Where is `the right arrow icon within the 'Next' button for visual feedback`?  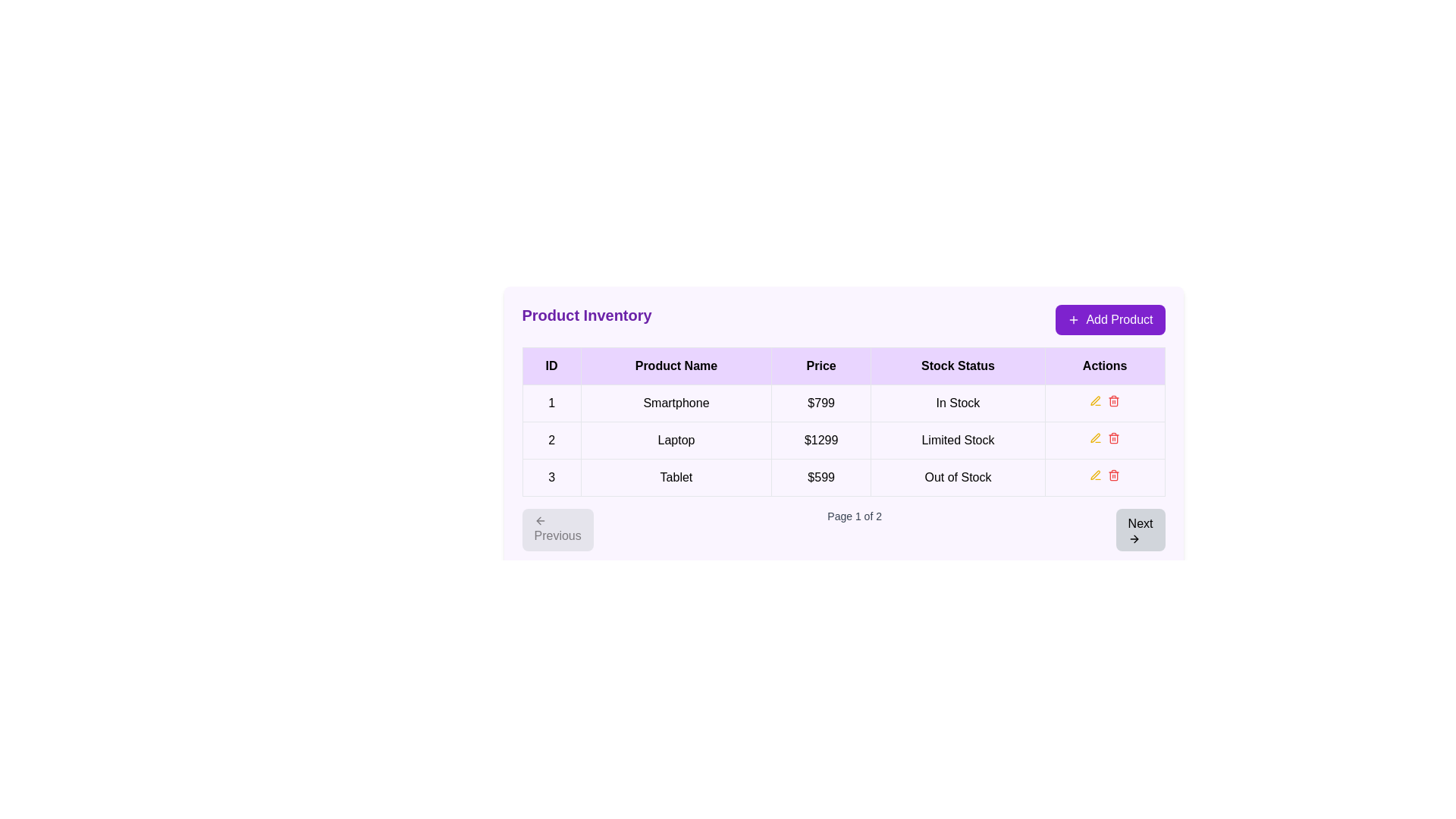
the right arrow icon within the 'Next' button for visual feedback is located at coordinates (1134, 538).